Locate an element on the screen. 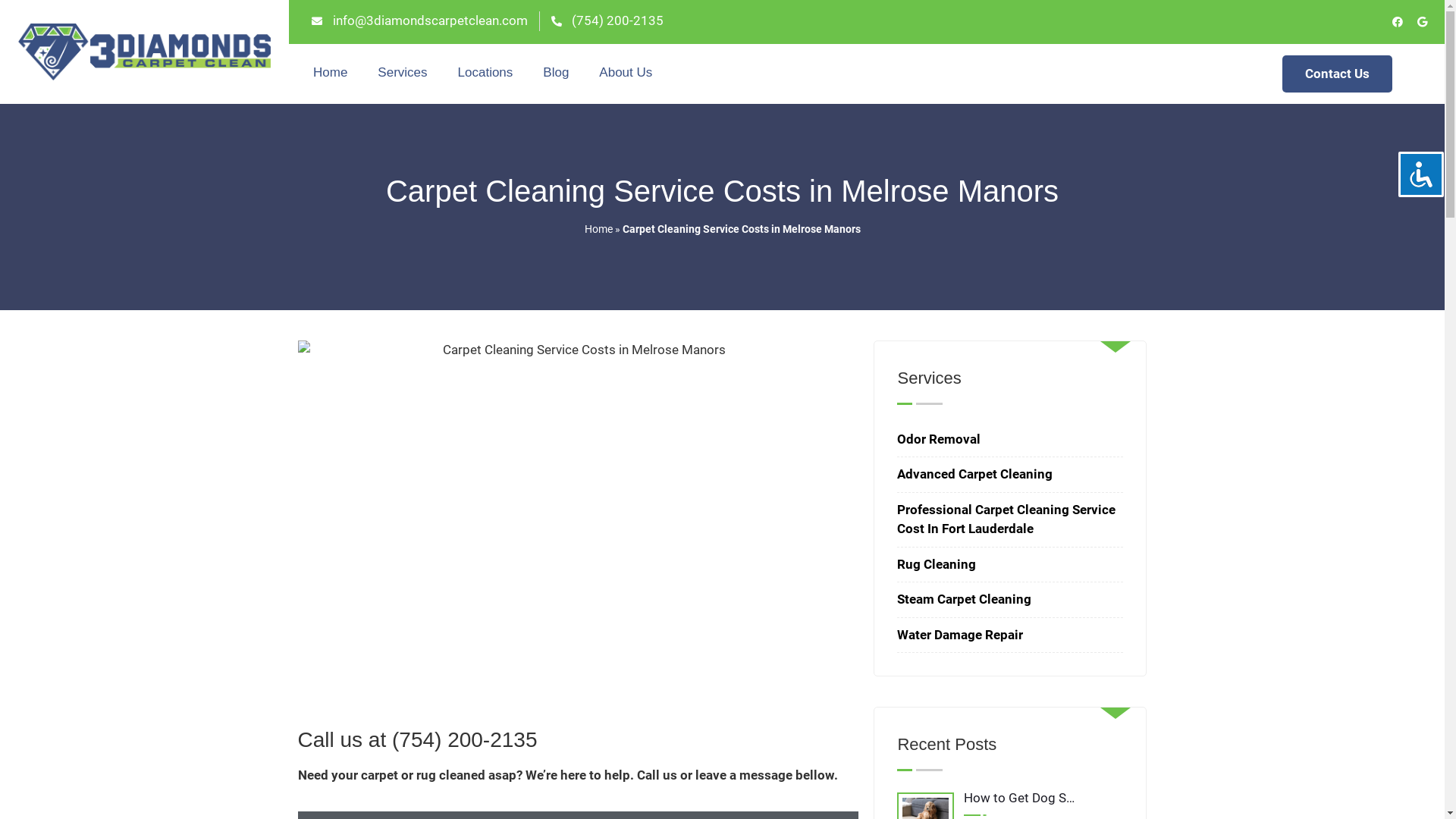 The height and width of the screenshot is (819, 1456). 'How to Get Dog Smell Out of Your Carpet' is located at coordinates (1009, 801).